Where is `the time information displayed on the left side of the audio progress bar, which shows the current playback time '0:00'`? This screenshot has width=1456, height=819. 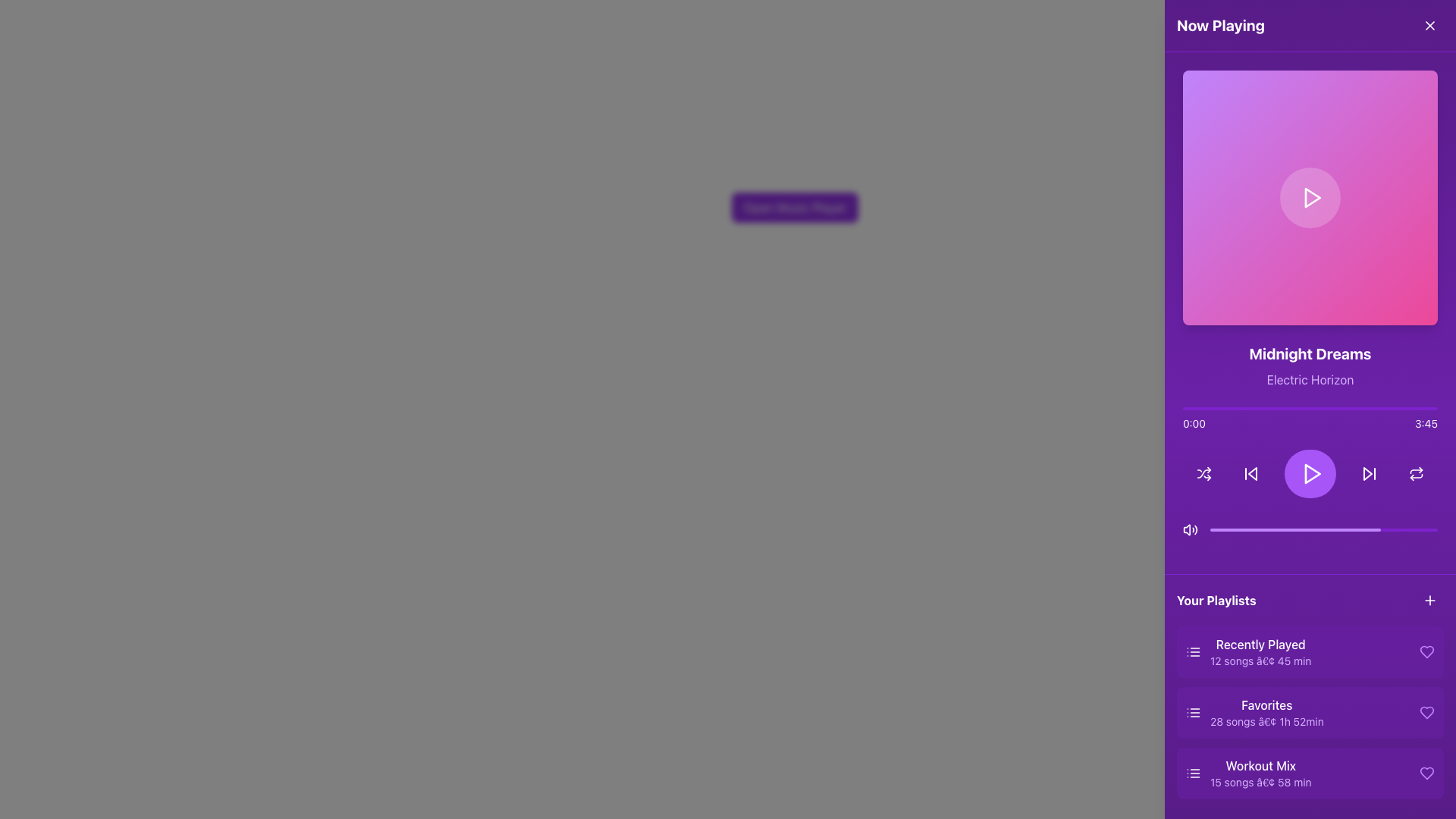
the time information displayed on the left side of the audio progress bar, which shows the current playback time '0:00' is located at coordinates (1193, 424).